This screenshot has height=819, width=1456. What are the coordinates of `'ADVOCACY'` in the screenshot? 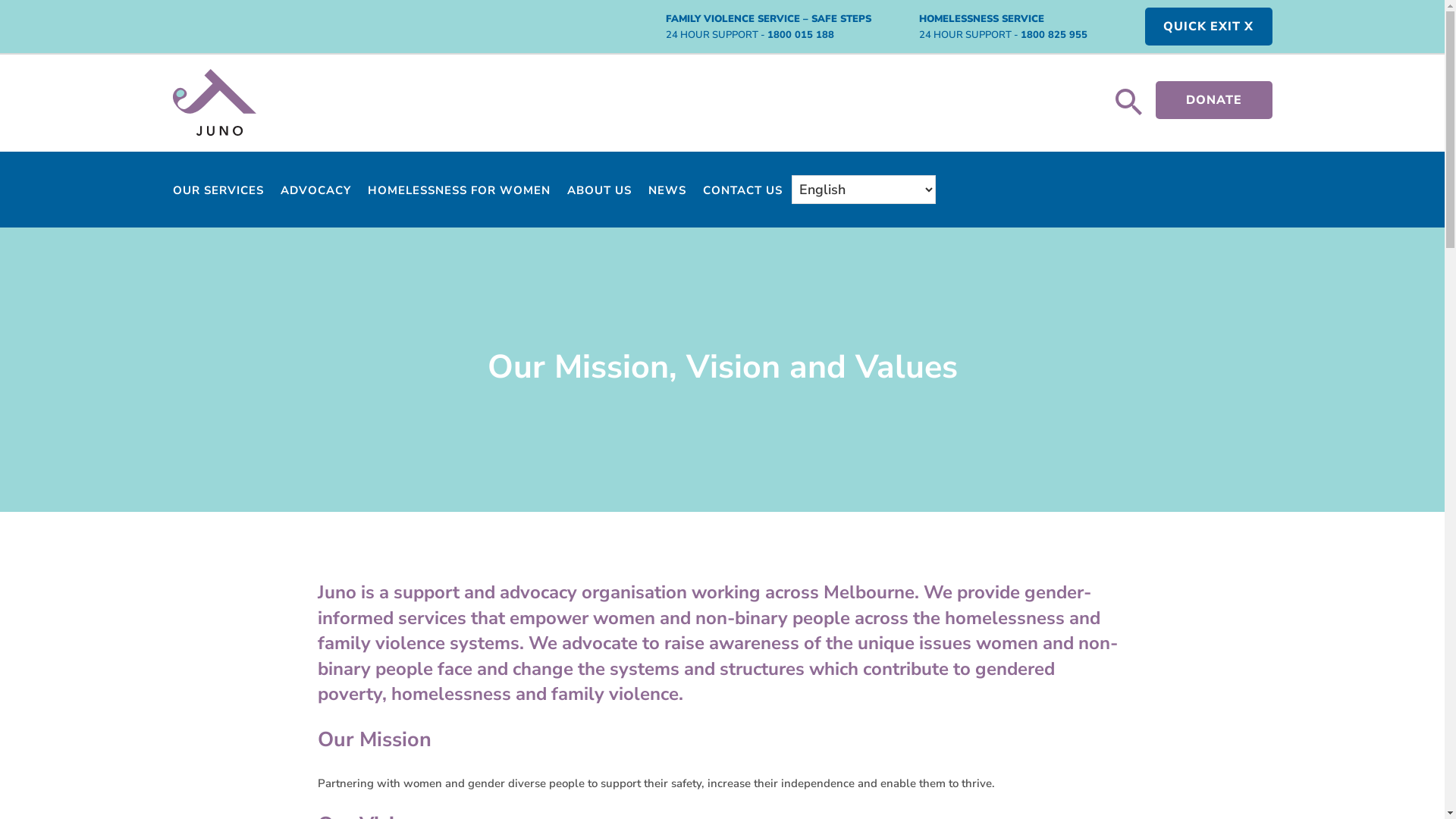 It's located at (315, 191).